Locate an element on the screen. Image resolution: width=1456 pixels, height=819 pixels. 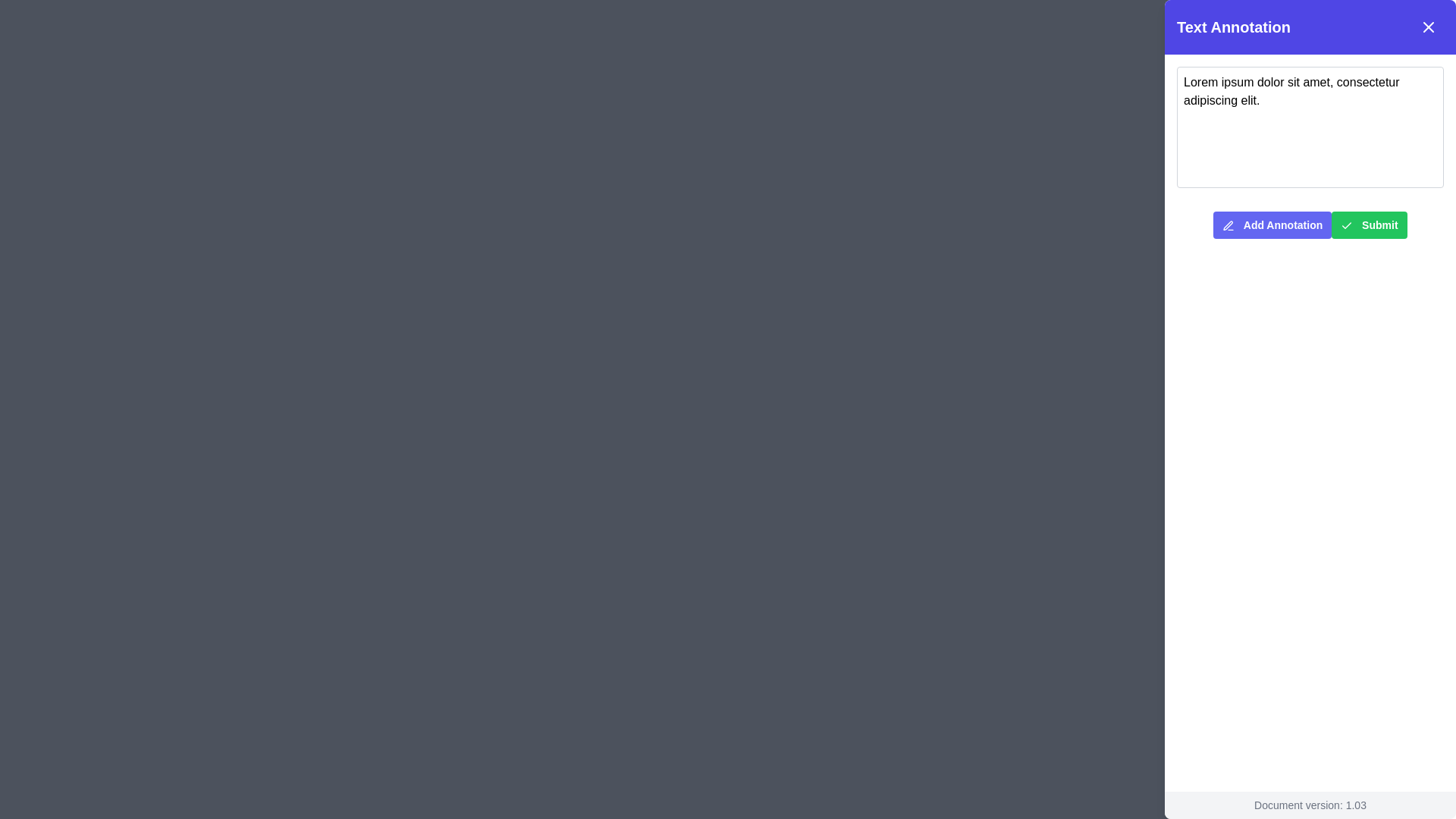
the small circular button with an 'X' icon in the center, located in the top-right corner of the 'Text Annotation' header, to change its color is located at coordinates (1427, 27).